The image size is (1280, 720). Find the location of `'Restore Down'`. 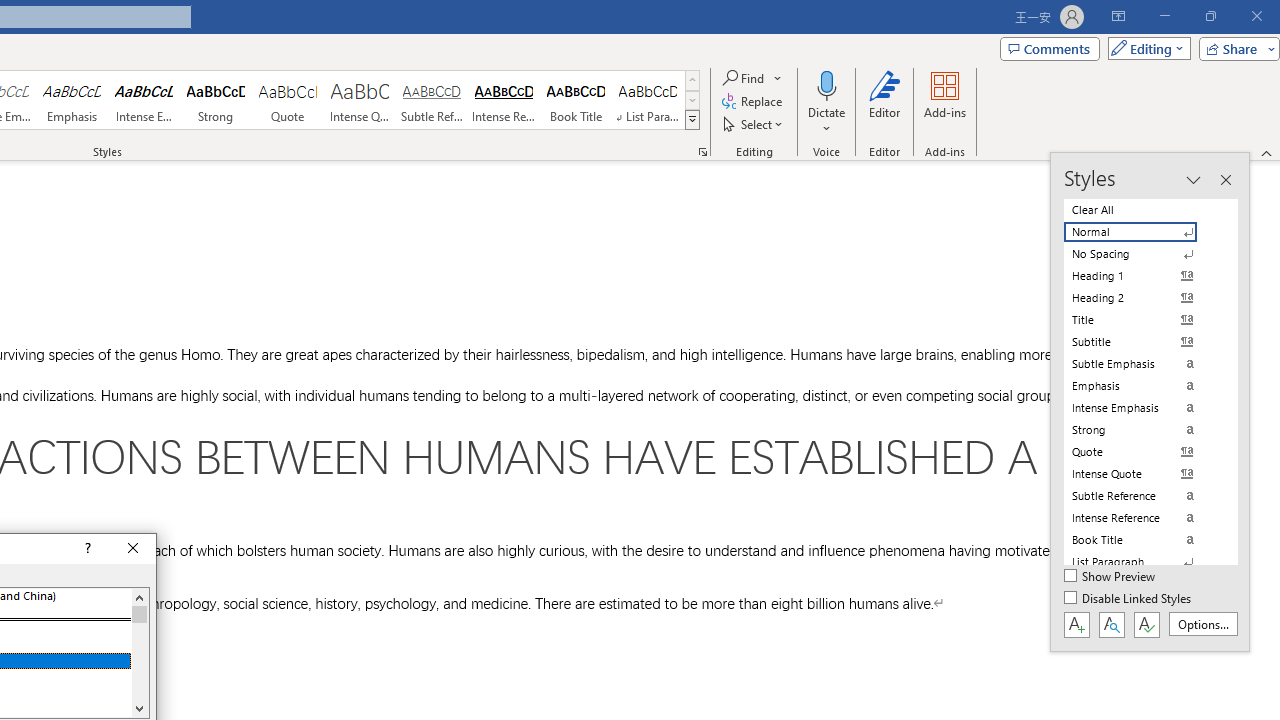

'Restore Down' is located at coordinates (1209, 16).